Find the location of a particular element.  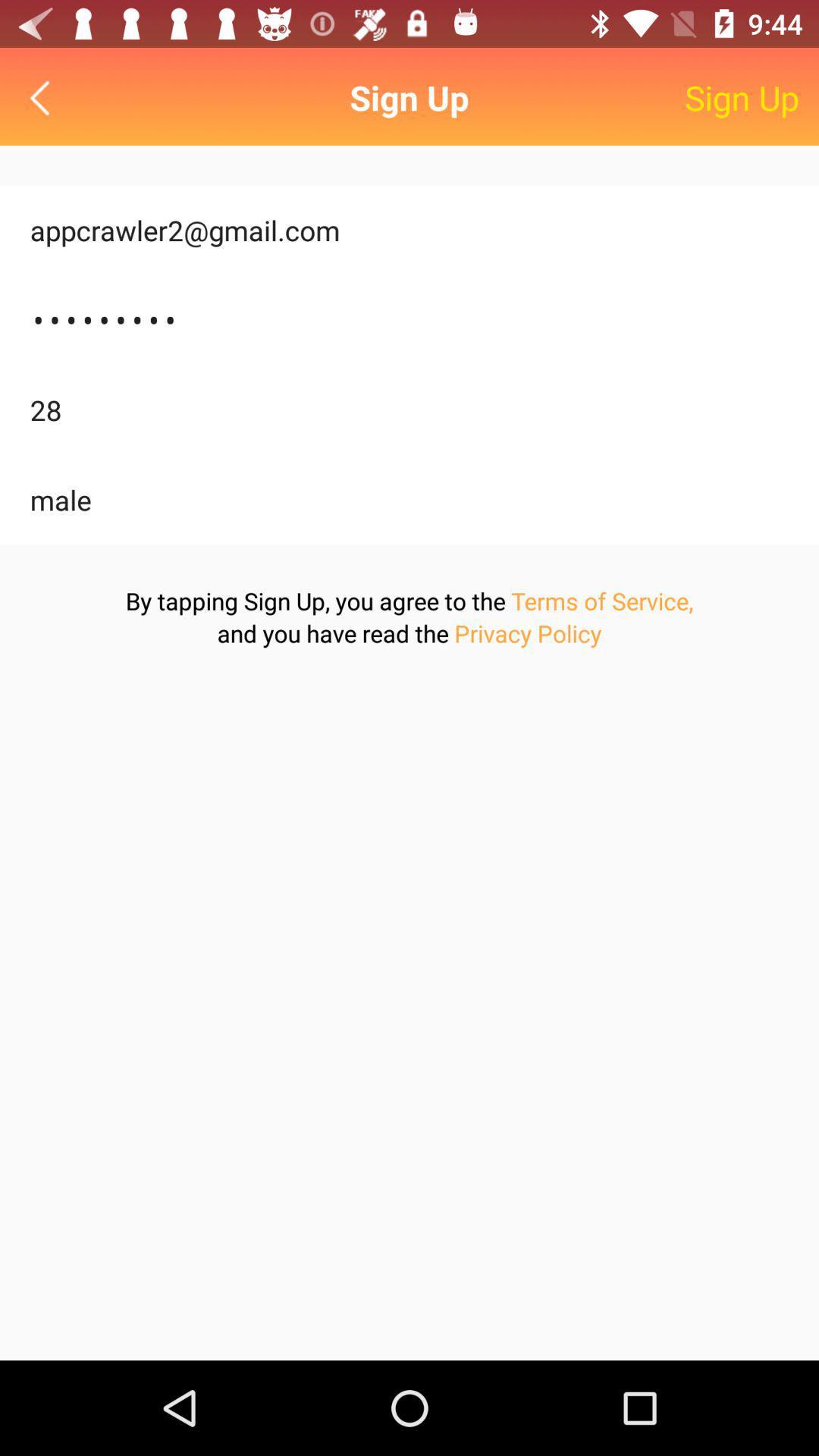

male icon is located at coordinates (409, 500).